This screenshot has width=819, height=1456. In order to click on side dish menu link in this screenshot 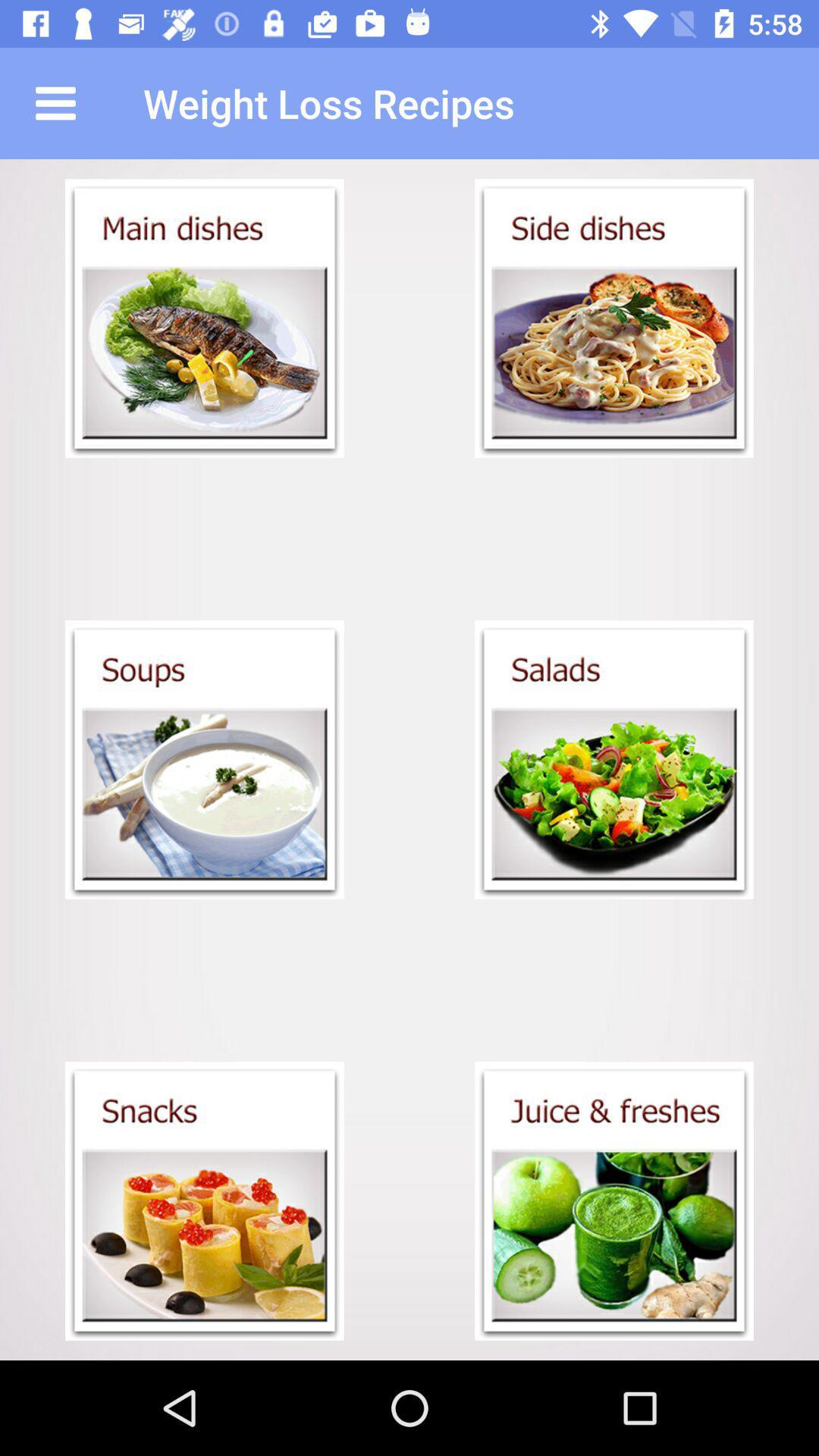, I will do `click(614, 318)`.